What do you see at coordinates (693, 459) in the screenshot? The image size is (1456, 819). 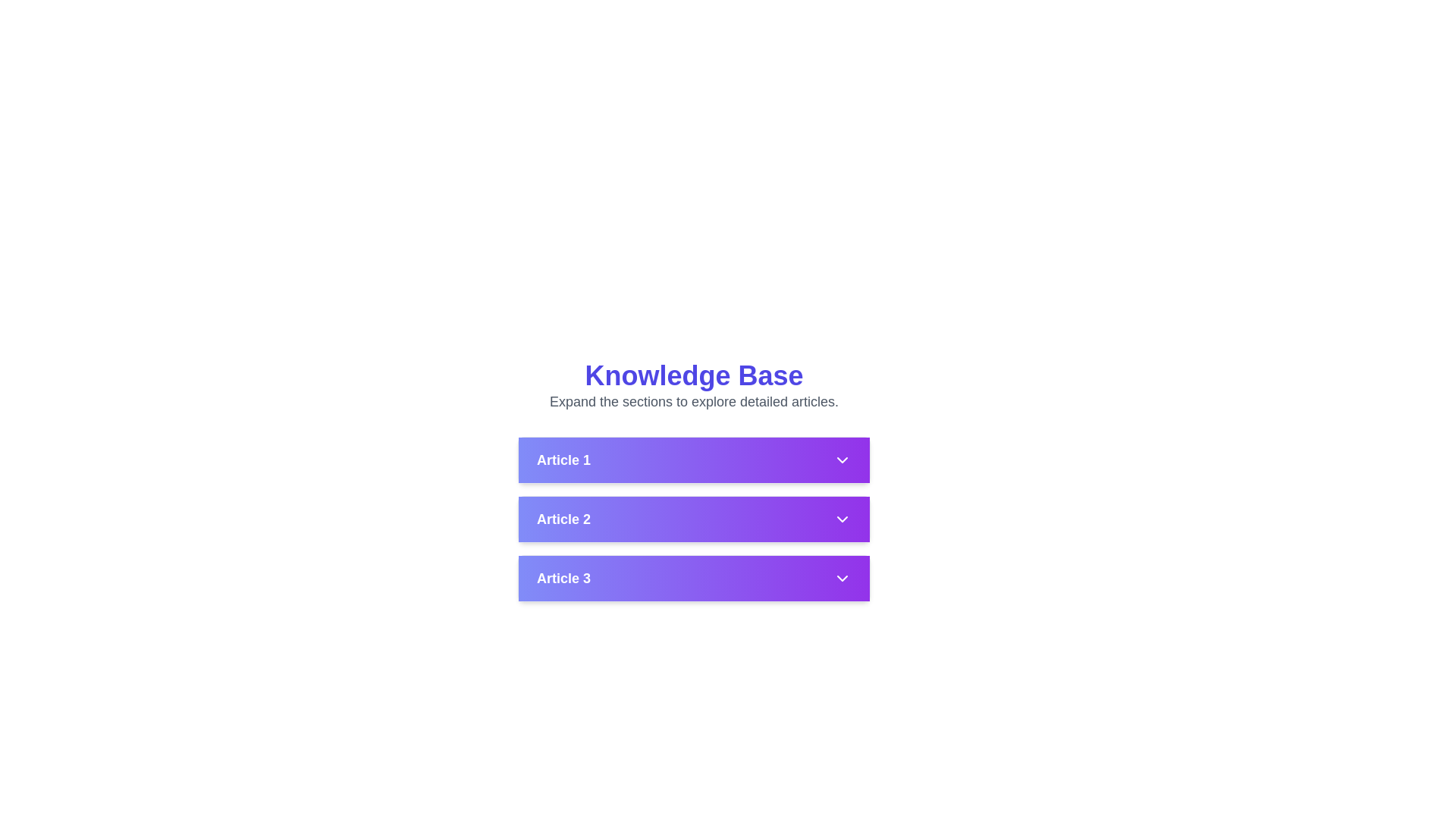 I see `the first button under the title 'Knowledge Base'` at bounding box center [693, 459].